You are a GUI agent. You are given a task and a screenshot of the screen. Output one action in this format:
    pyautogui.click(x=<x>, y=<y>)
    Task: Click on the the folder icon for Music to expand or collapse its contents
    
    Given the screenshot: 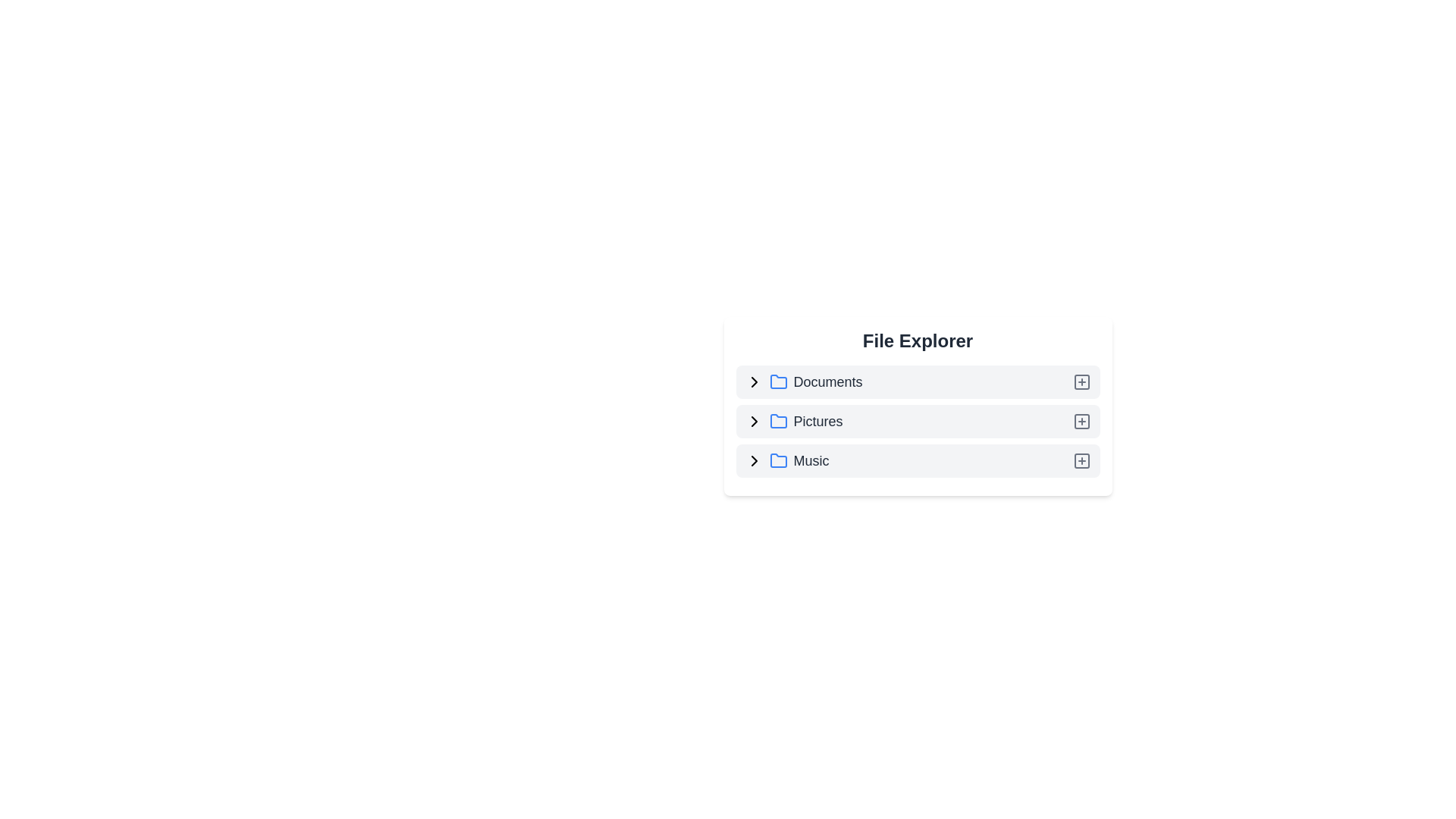 What is the action you would take?
    pyautogui.click(x=778, y=460)
    